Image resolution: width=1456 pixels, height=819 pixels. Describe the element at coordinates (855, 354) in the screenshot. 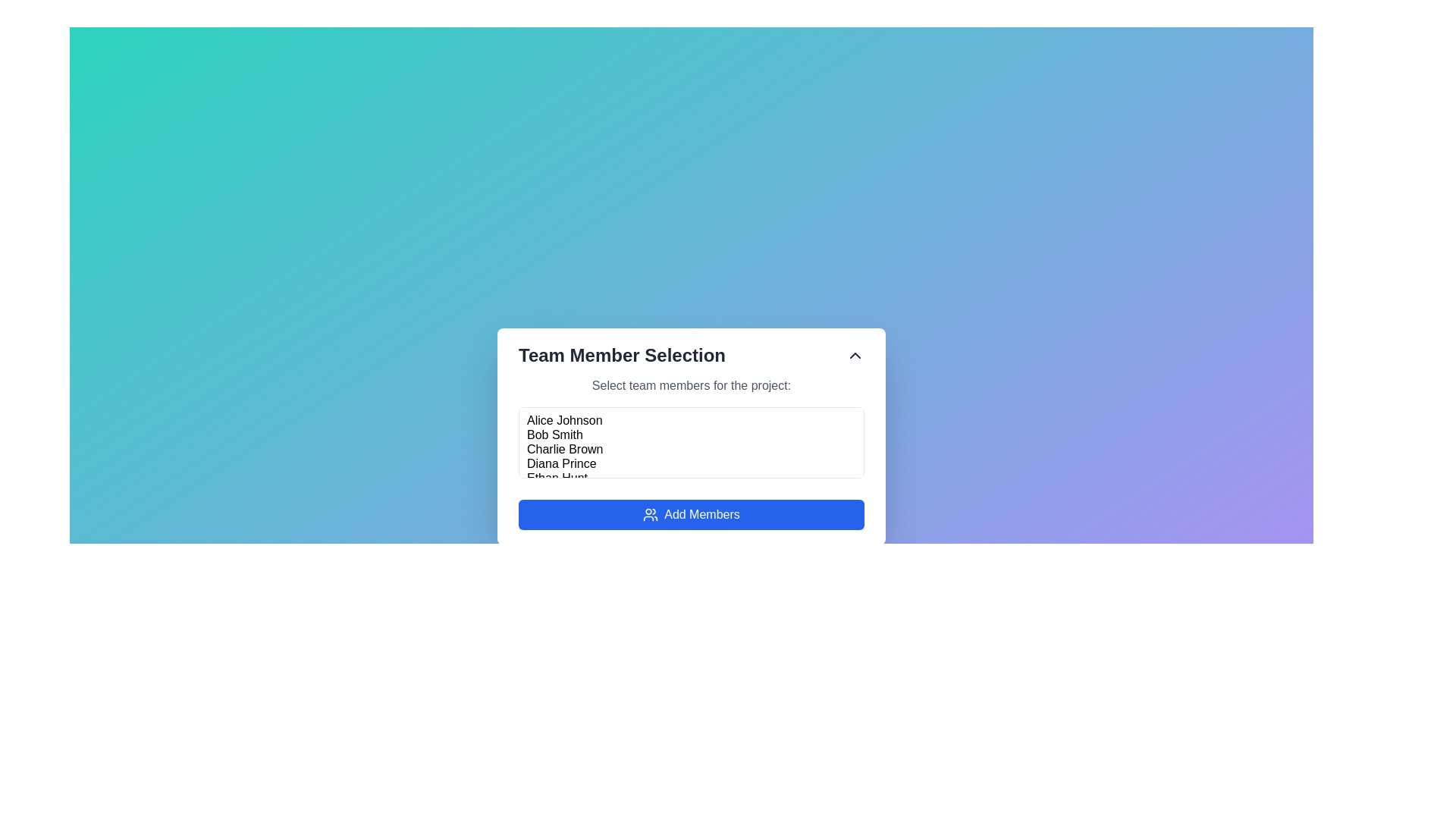

I see `the chevron-up button in the top-right corner of the 'Team Member Selection' box` at that location.